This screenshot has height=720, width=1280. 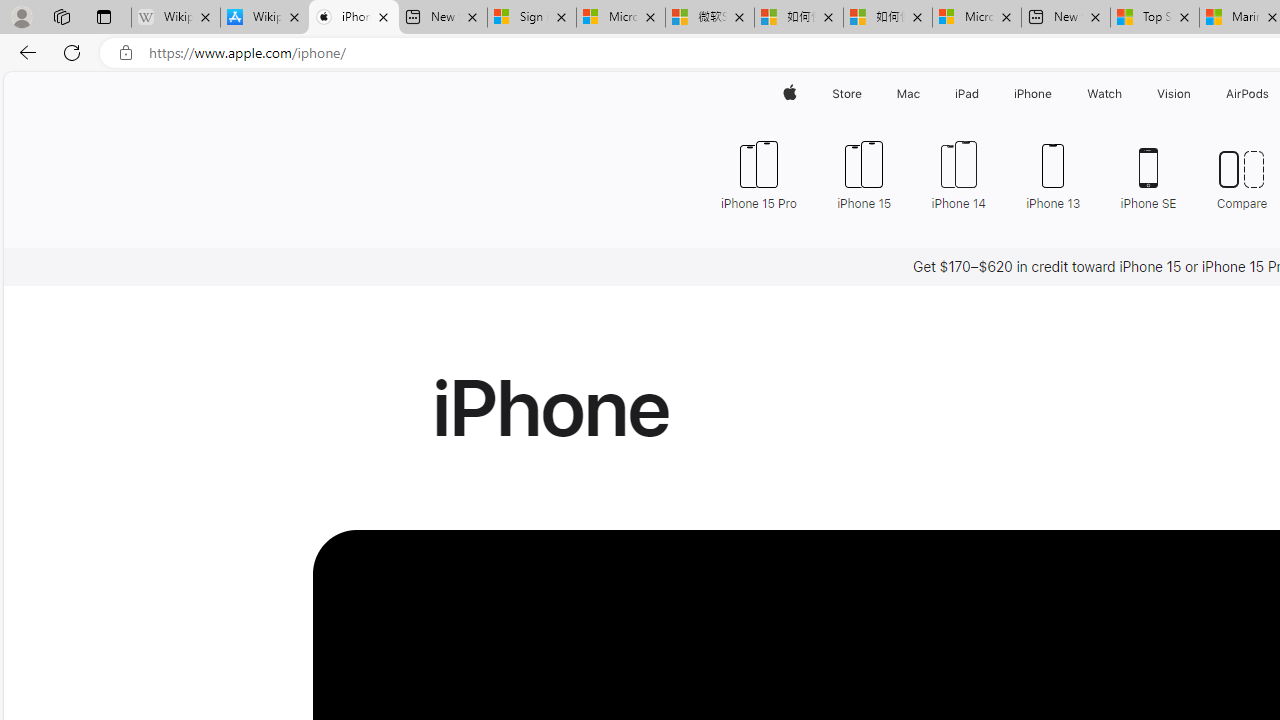 What do you see at coordinates (1175, 93) in the screenshot?
I see `'Vision'` at bounding box center [1175, 93].